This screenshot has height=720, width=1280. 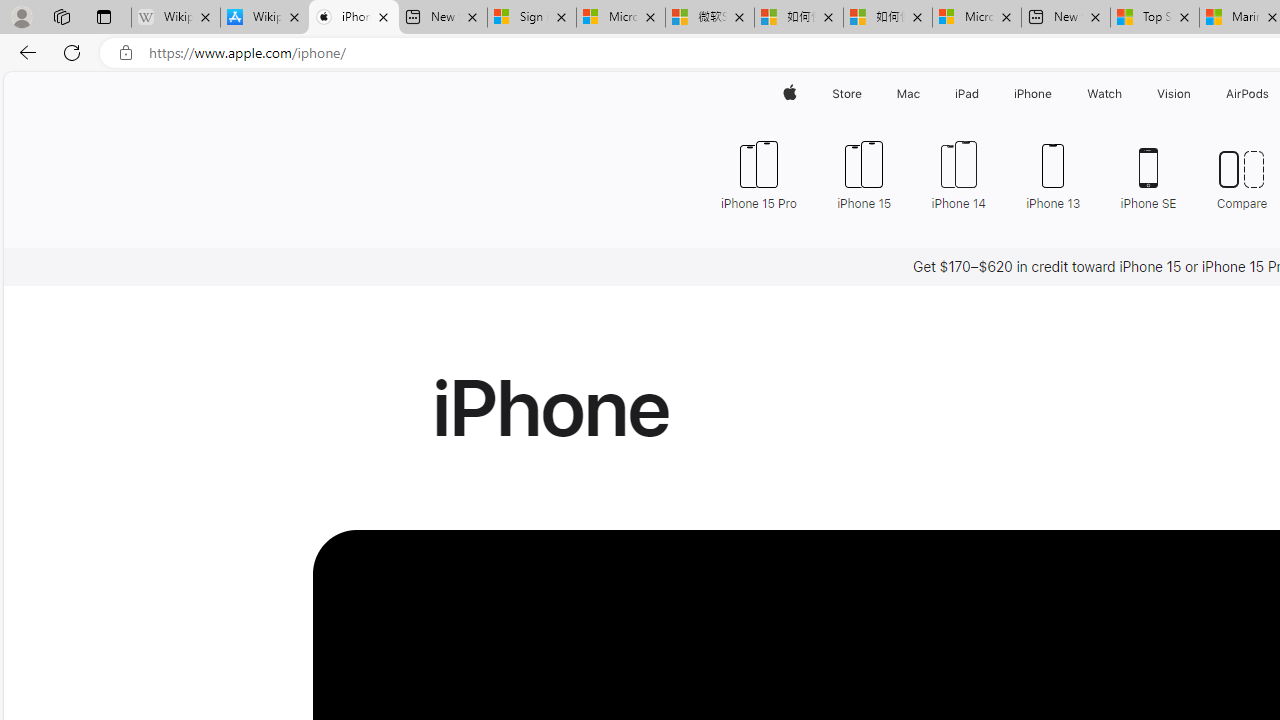 What do you see at coordinates (1175, 93) in the screenshot?
I see `'Vision'` at bounding box center [1175, 93].